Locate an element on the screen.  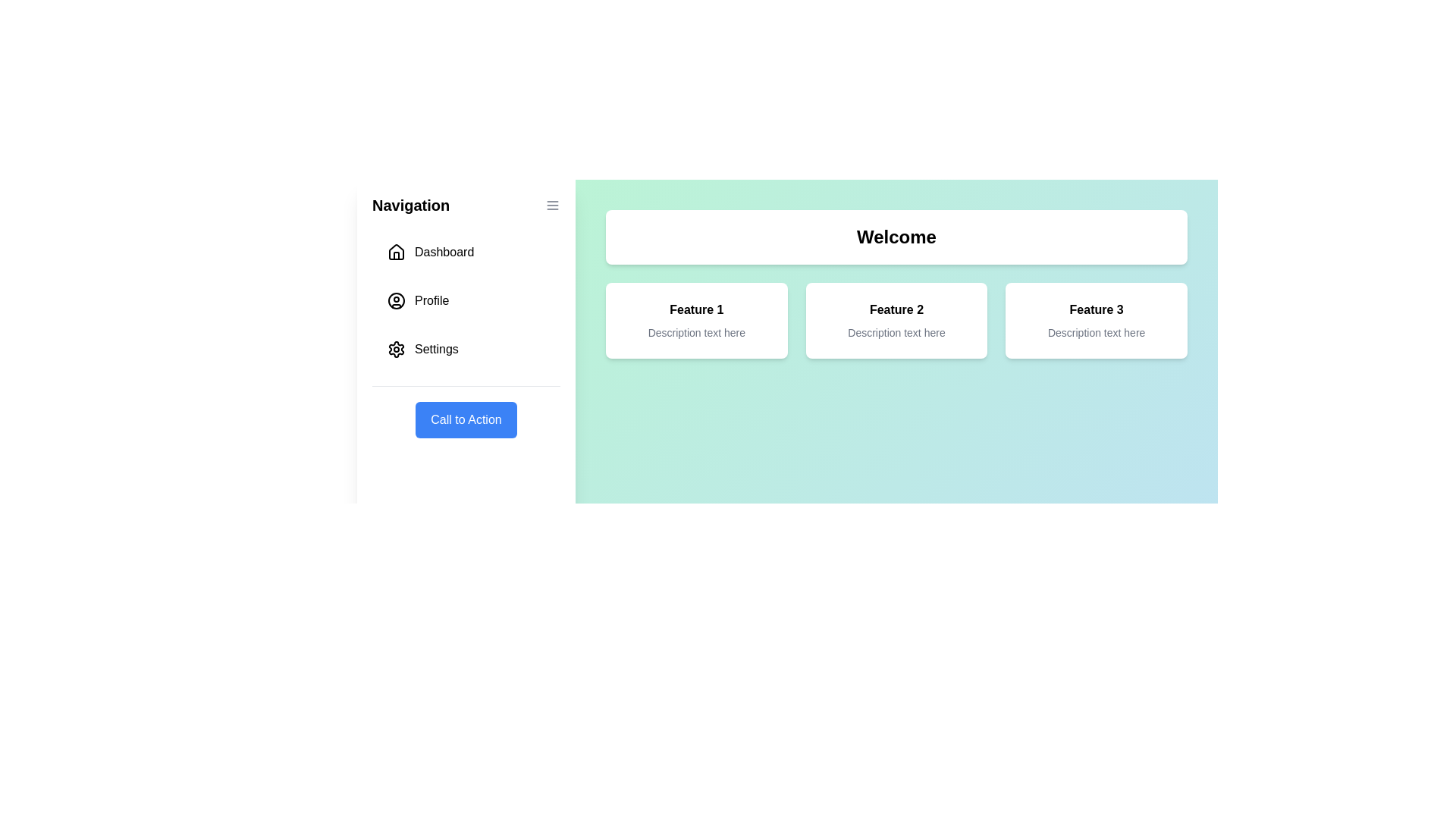
the navigation item Dashboard in the drawer is located at coordinates (465, 251).